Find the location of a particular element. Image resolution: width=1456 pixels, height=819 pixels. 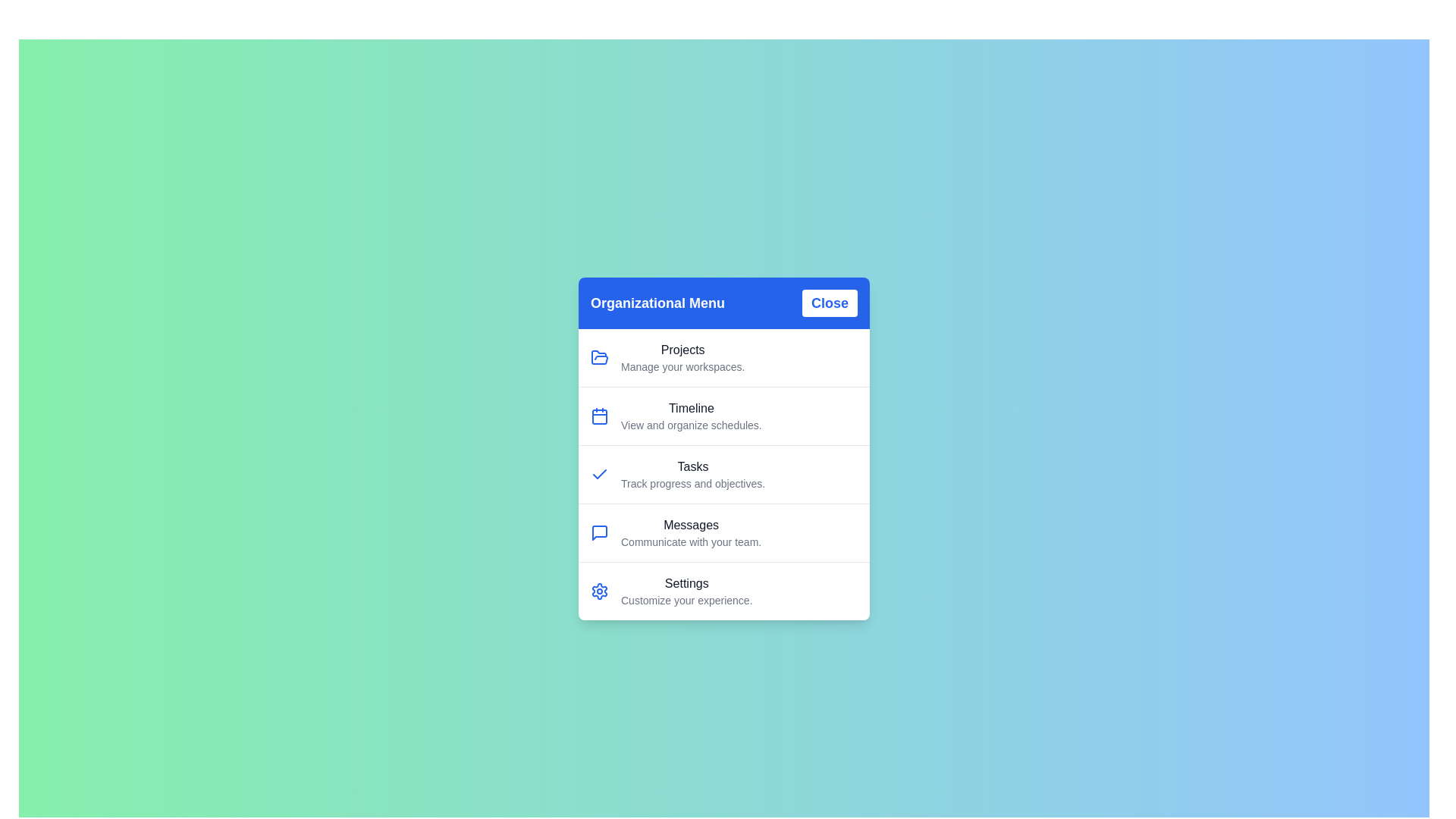

the menu item labeled Settings to trigger its hover state is located at coordinates (723, 590).